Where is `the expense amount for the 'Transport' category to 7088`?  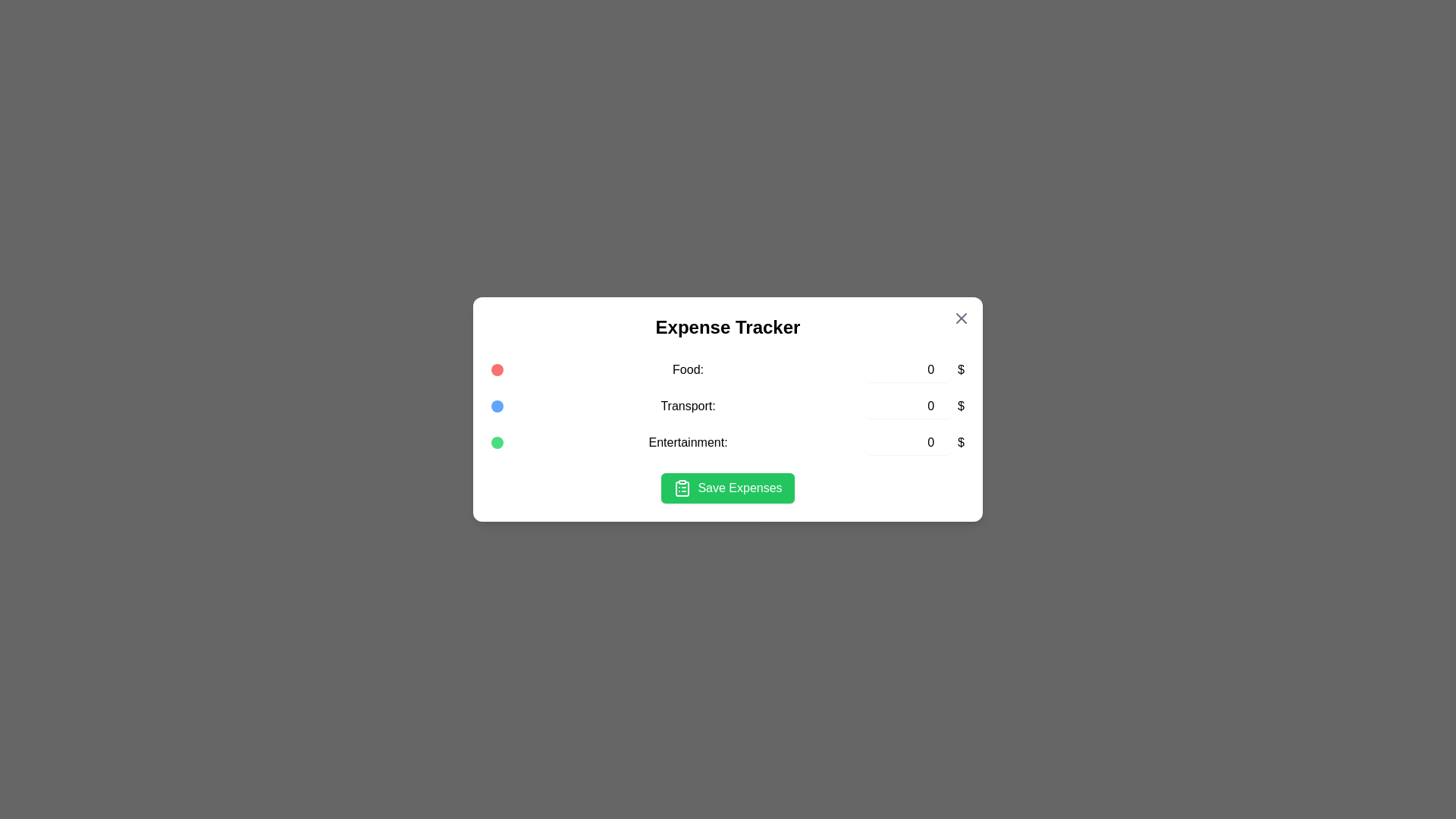 the expense amount for the 'Transport' category to 7088 is located at coordinates (909, 406).